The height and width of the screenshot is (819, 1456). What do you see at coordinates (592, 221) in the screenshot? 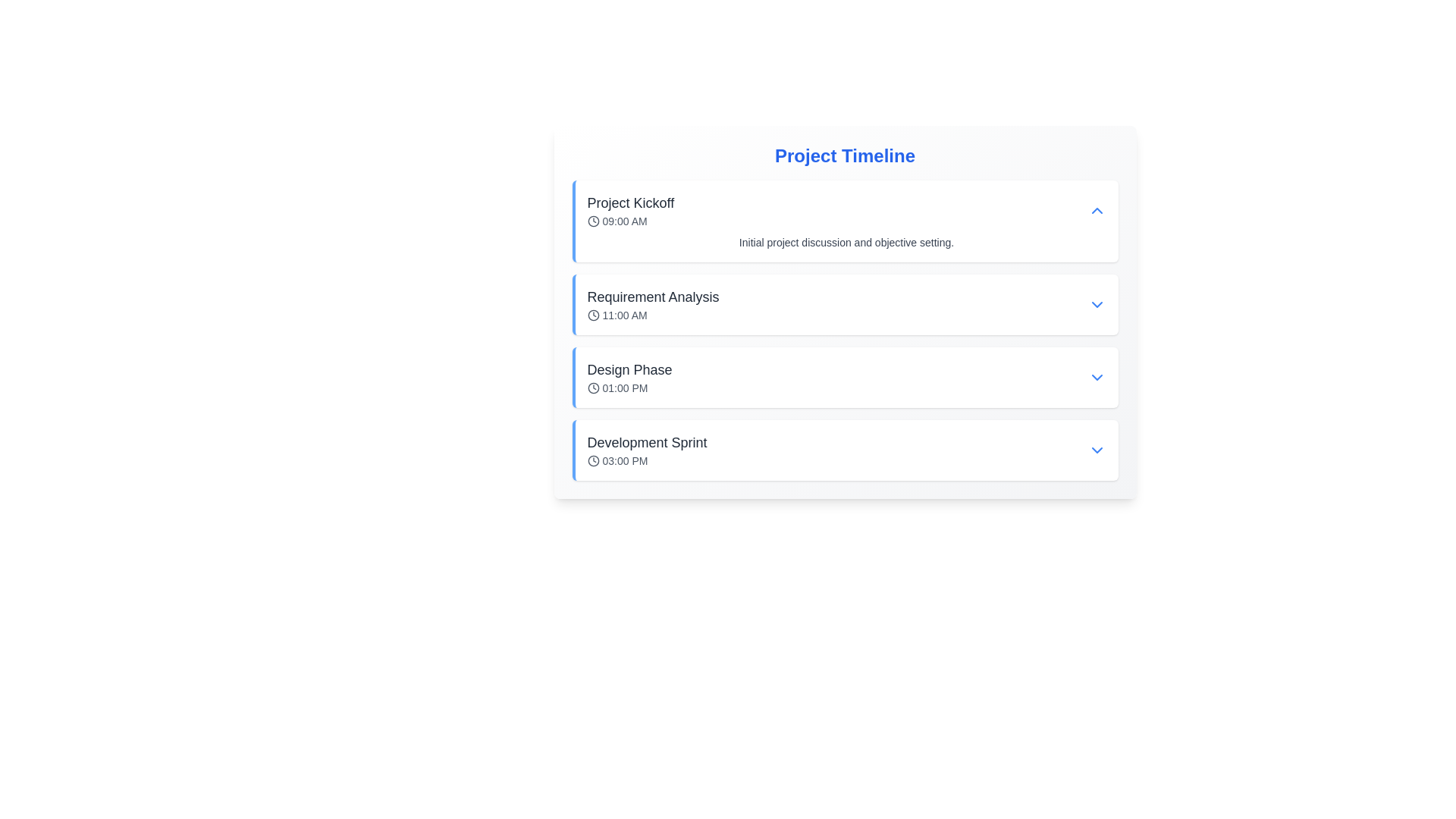
I see `the clock icon located at '09:00 AM' in the 'Project Kickoff' timeline section` at bounding box center [592, 221].